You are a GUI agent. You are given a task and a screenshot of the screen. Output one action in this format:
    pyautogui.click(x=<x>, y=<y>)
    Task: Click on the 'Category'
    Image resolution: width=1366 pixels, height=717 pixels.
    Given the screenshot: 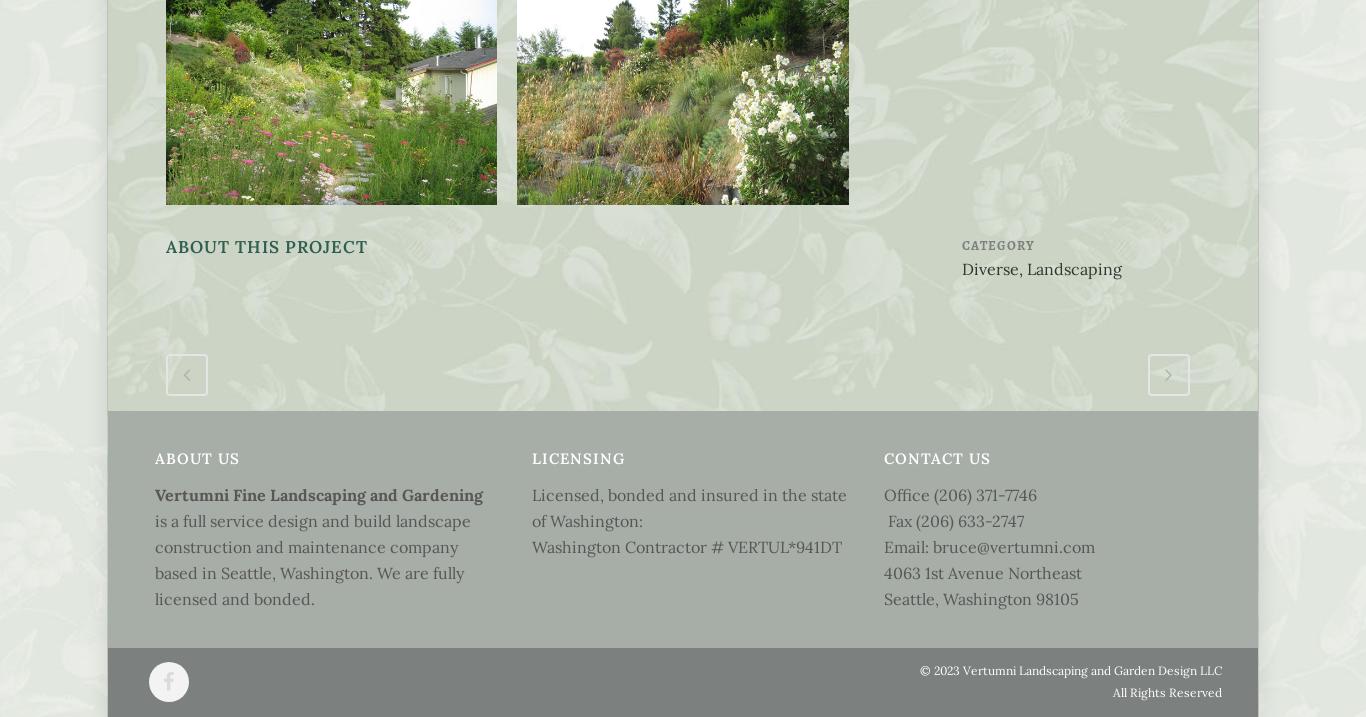 What is the action you would take?
    pyautogui.click(x=997, y=244)
    